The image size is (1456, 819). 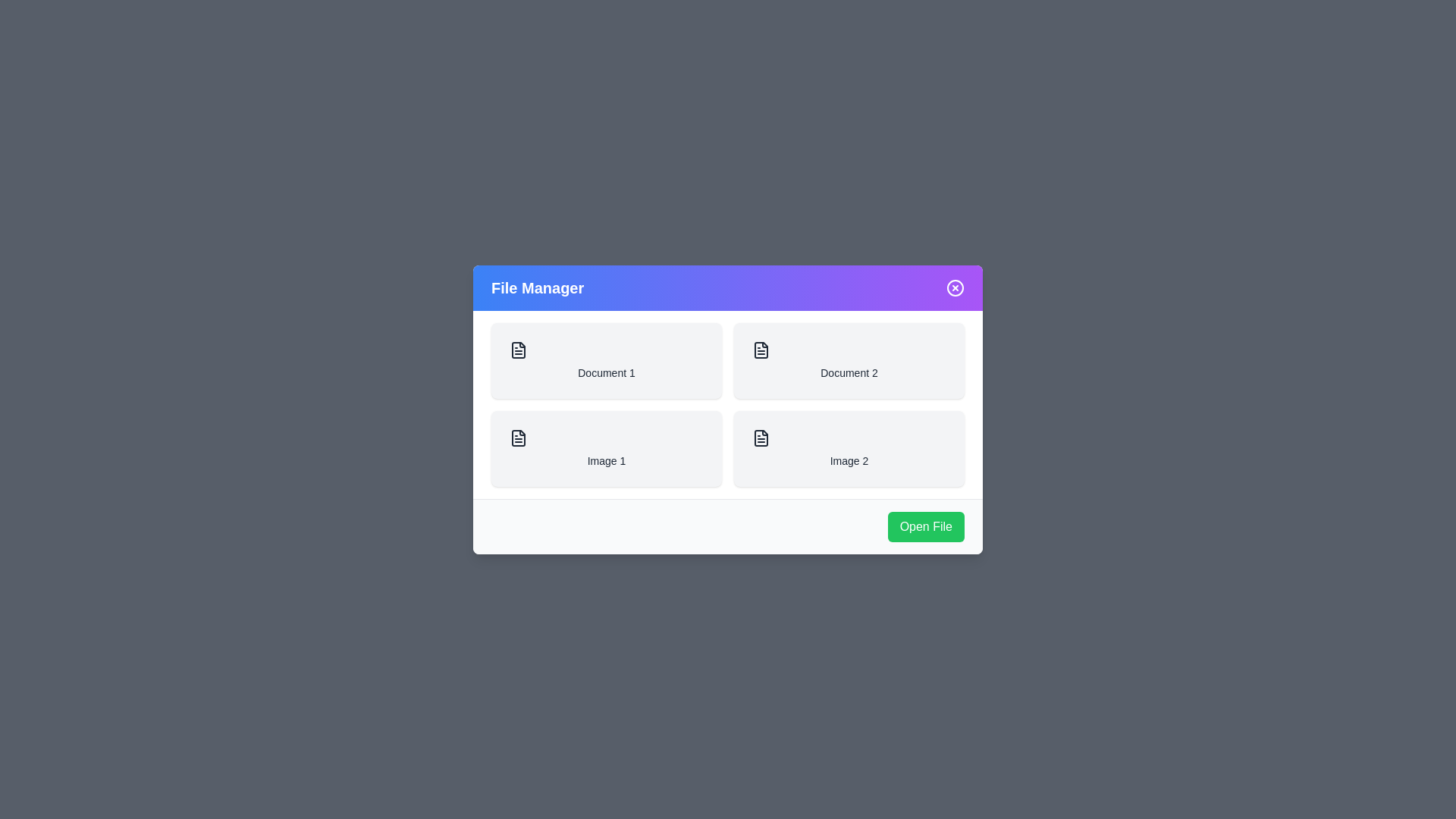 I want to click on the file item Image 2 from the list, so click(x=848, y=447).